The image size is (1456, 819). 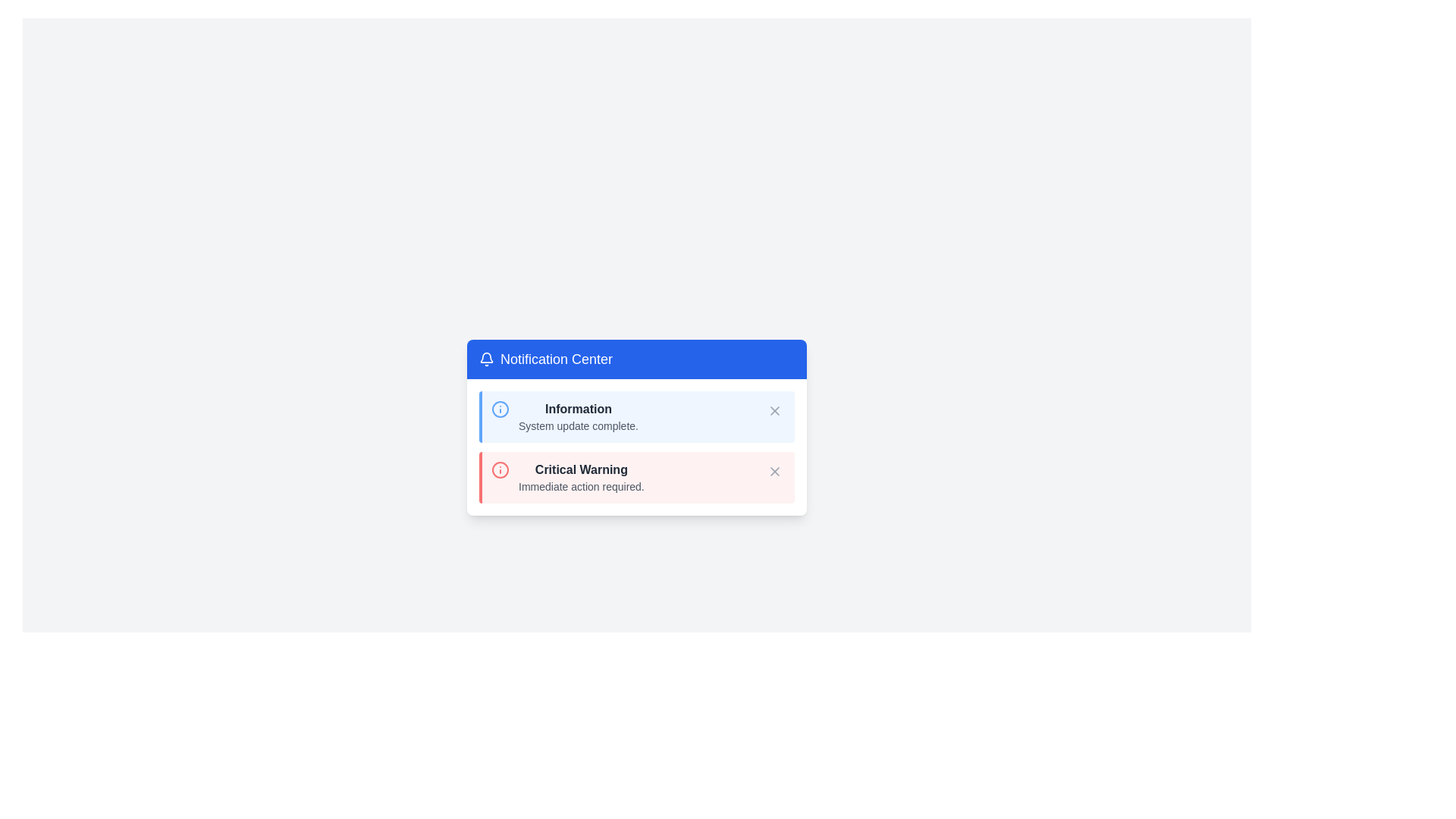 I want to click on the button located in the top-right corner of the 'Information: System update complete.' notification, so click(x=775, y=411).